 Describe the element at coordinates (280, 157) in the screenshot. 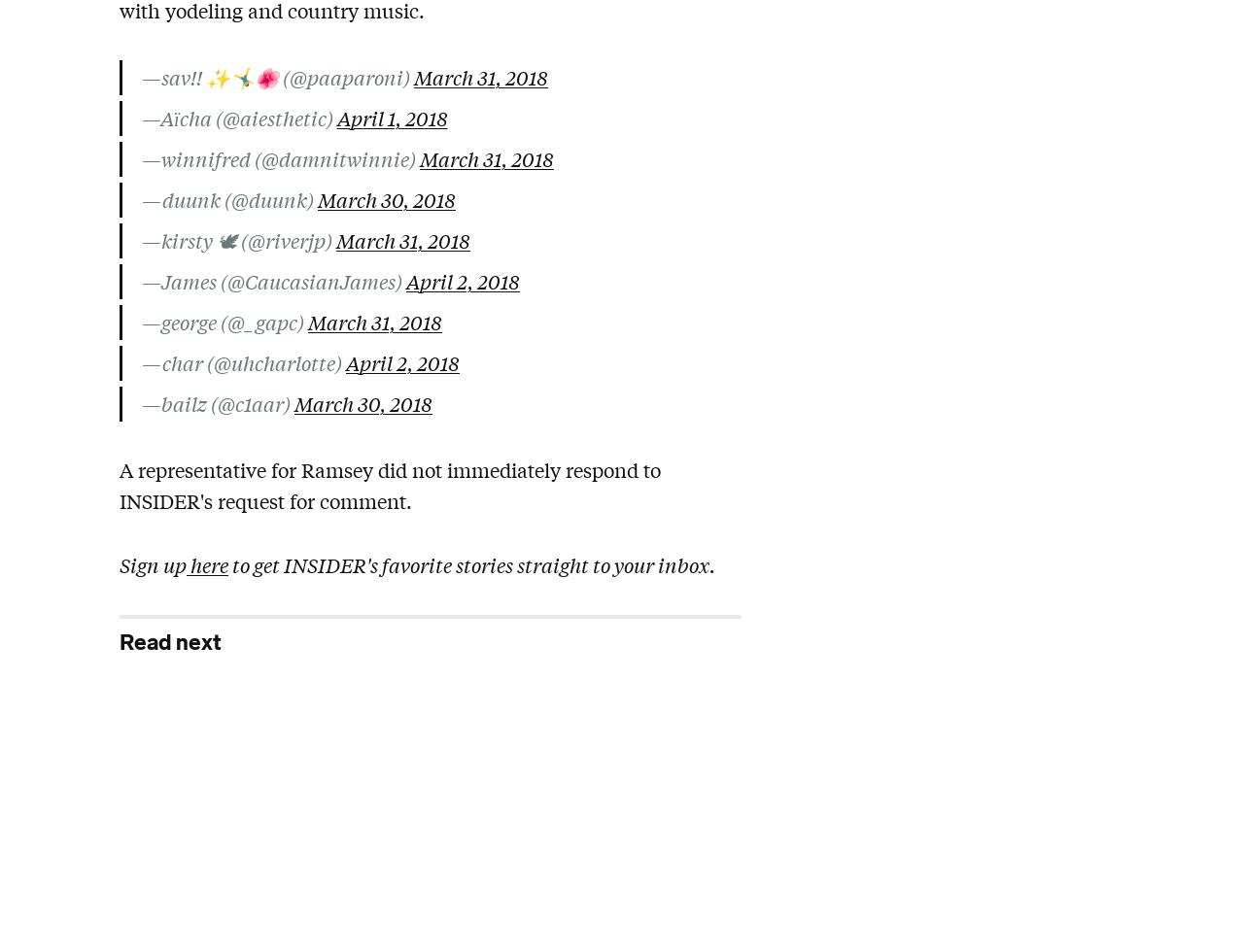

I see `'—winnifred  (@damnitwinnie)'` at that location.